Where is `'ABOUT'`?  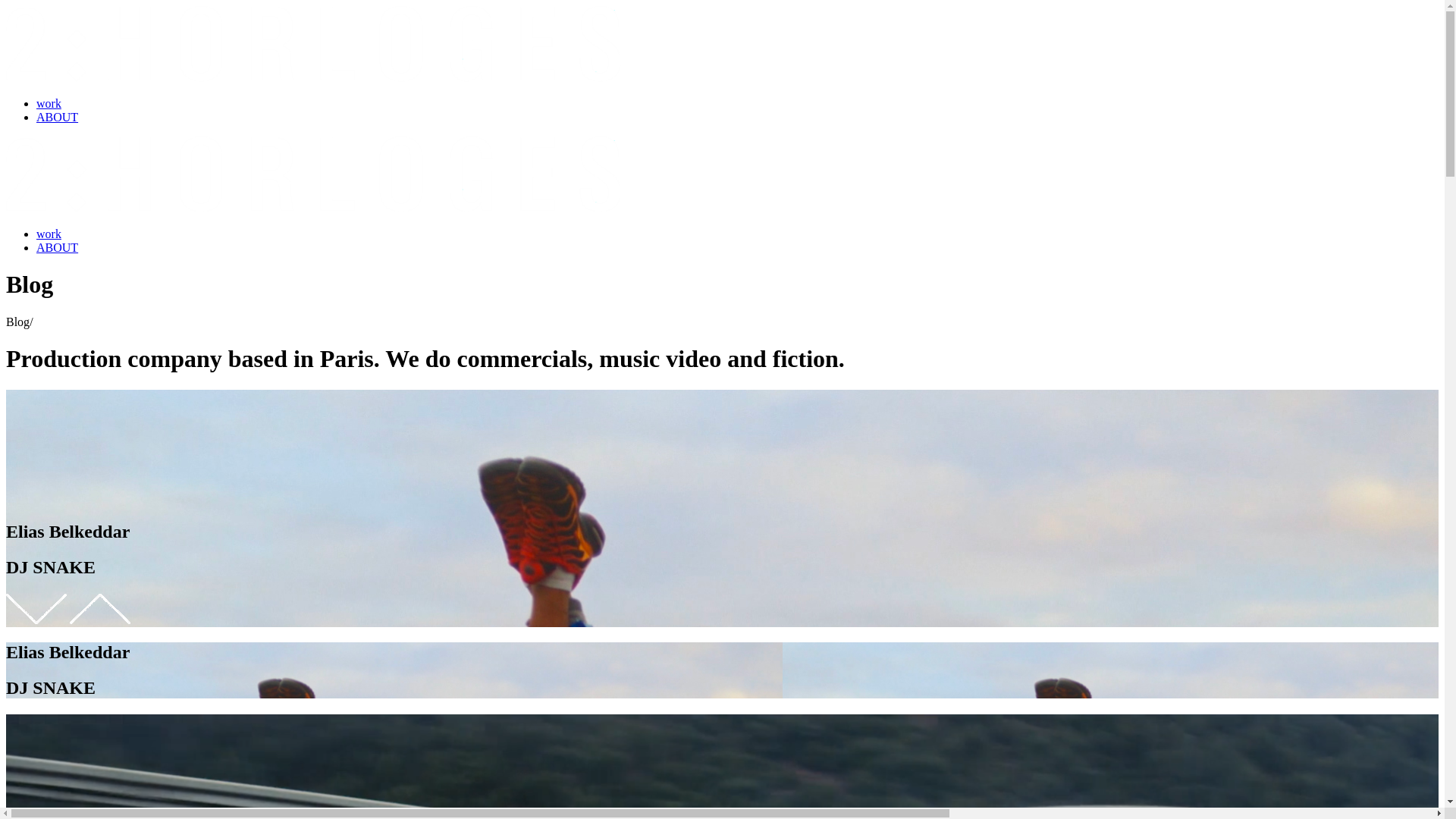
'ABOUT' is located at coordinates (36, 116).